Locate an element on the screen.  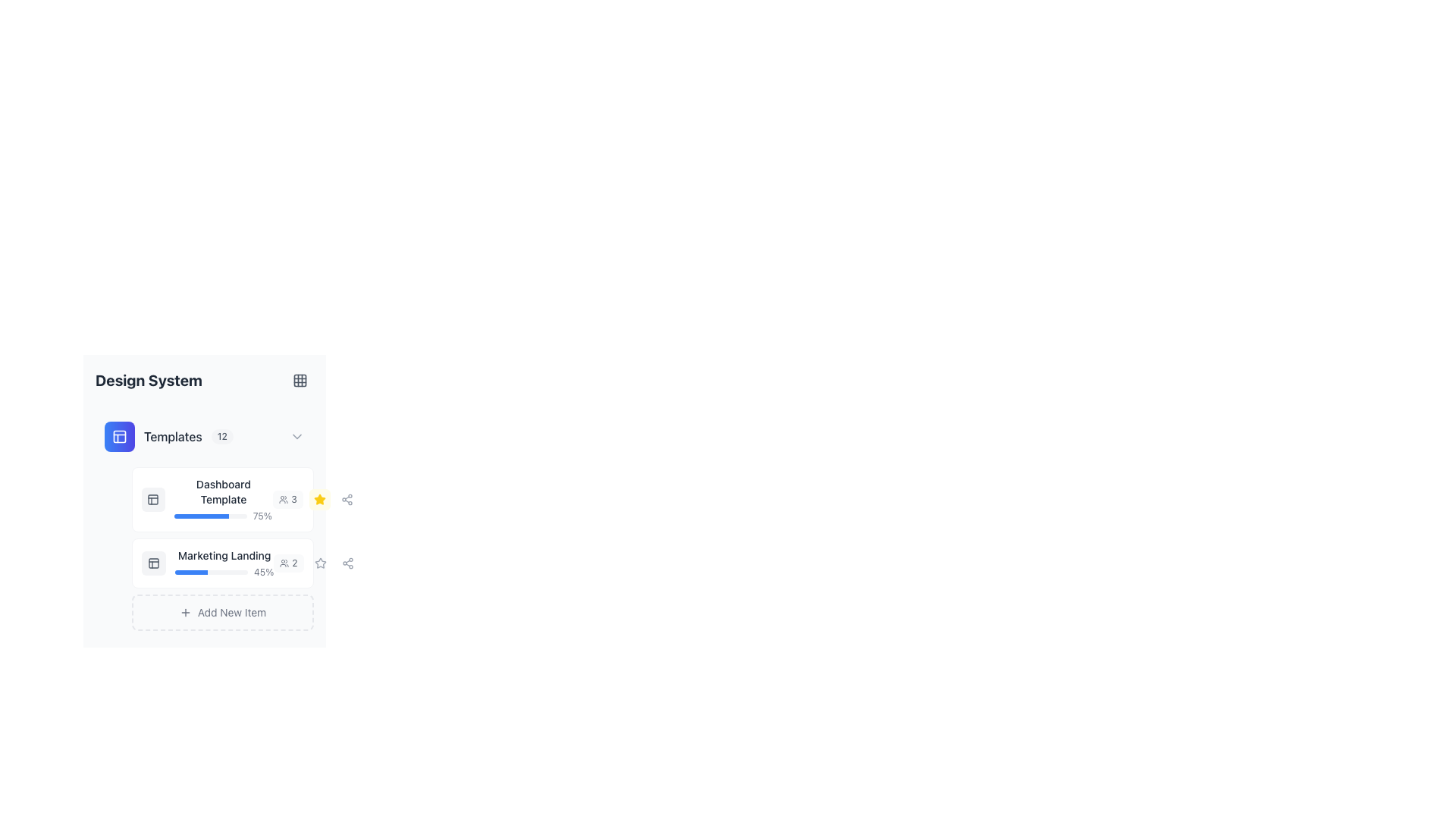
the Expandable Indicator Icon located to the right end of the 'Templates' label row is located at coordinates (297, 436).